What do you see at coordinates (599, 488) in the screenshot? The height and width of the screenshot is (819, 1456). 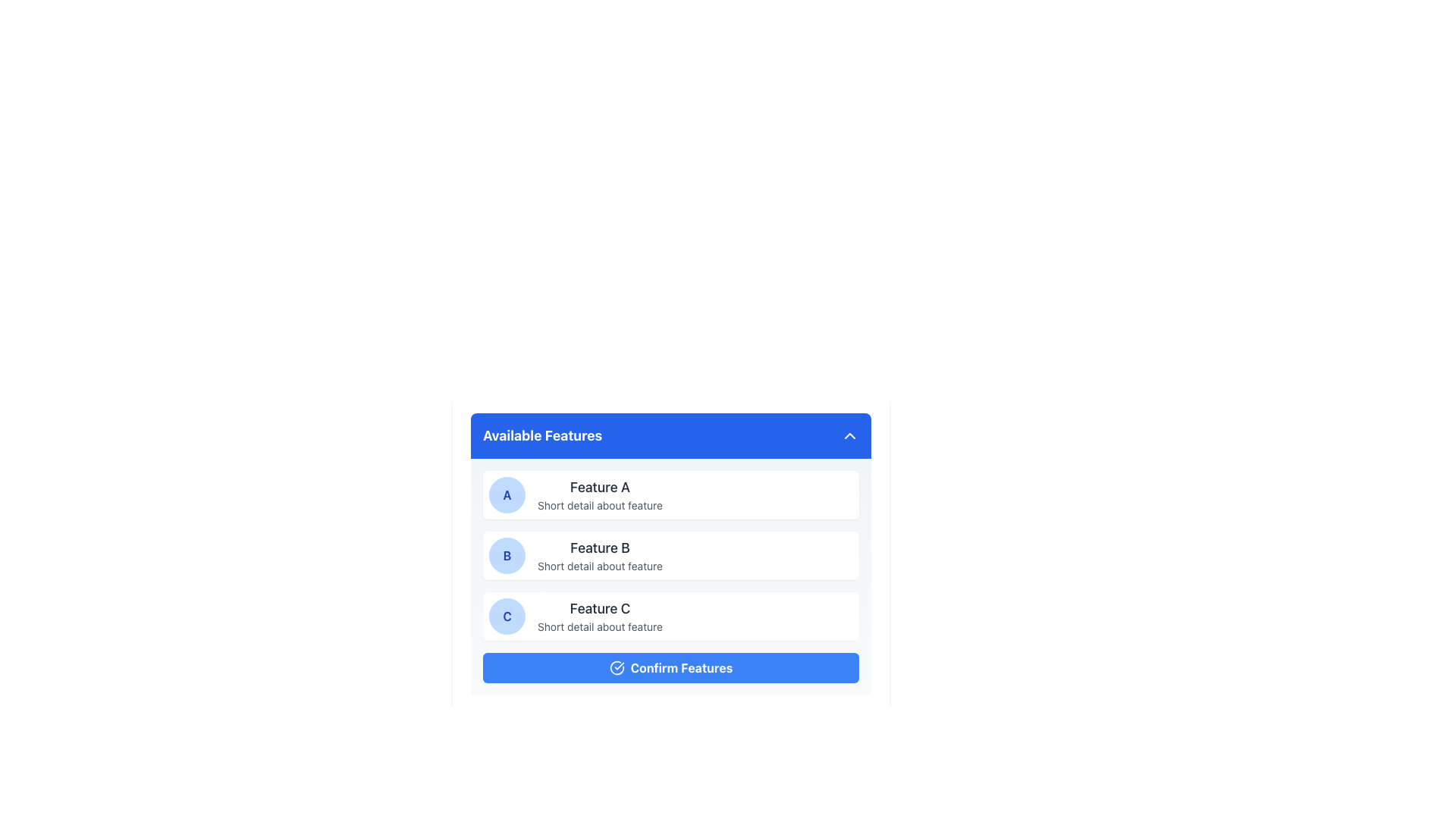 I see `the informational Text Label that identifies the feature name, positioned below the 'Available Features' header and at the top of the feature list` at bounding box center [599, 488].